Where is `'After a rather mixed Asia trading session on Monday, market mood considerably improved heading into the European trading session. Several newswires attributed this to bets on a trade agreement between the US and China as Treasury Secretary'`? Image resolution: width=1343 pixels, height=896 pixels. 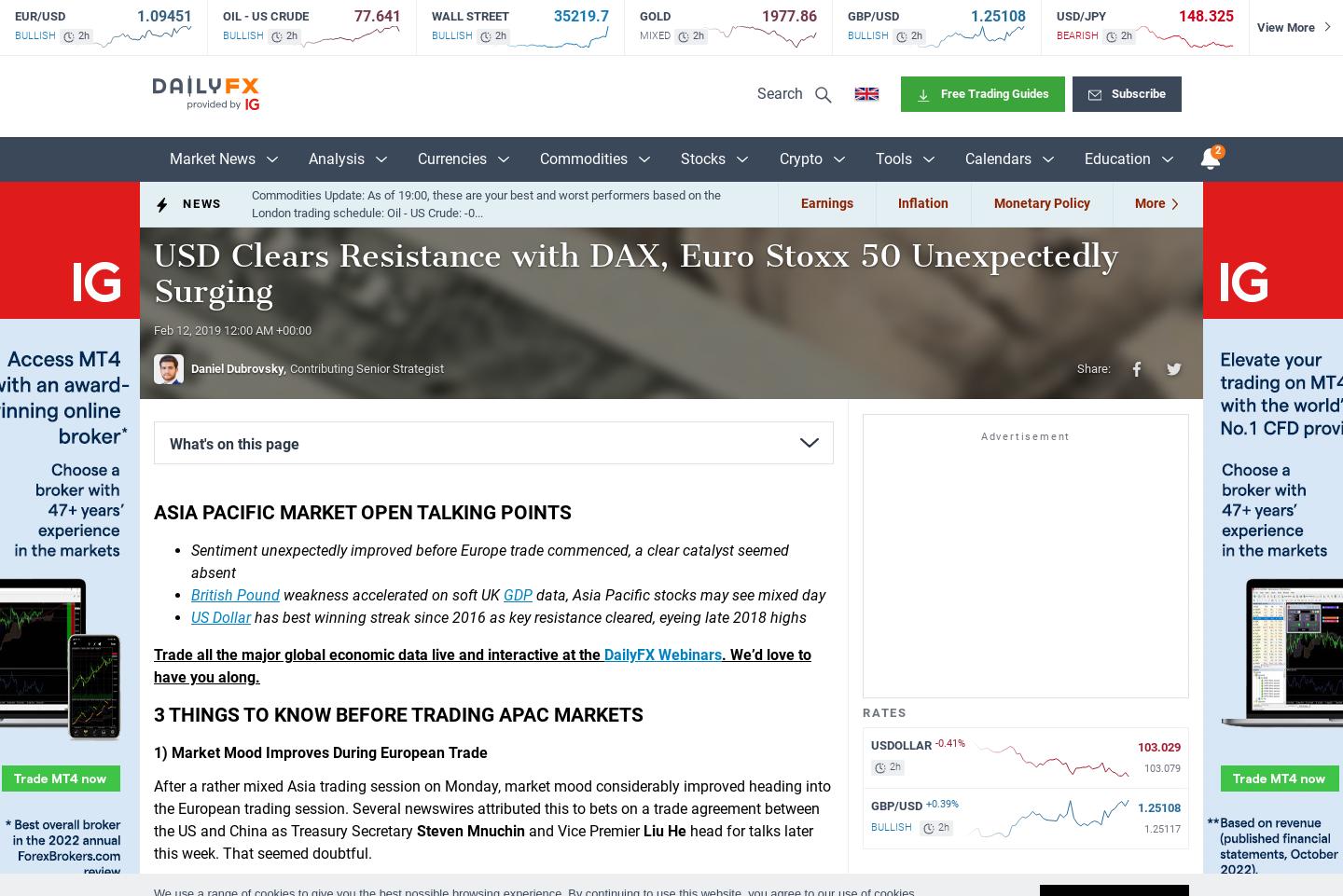
'After a rather mixed Asia trading session on Monday, market mood considerably improved heading into the European trading session. Several newswires attributed this to bets on a trade agreement between the US and China as Treasury Secretary' is located at coordinates (492, 806).